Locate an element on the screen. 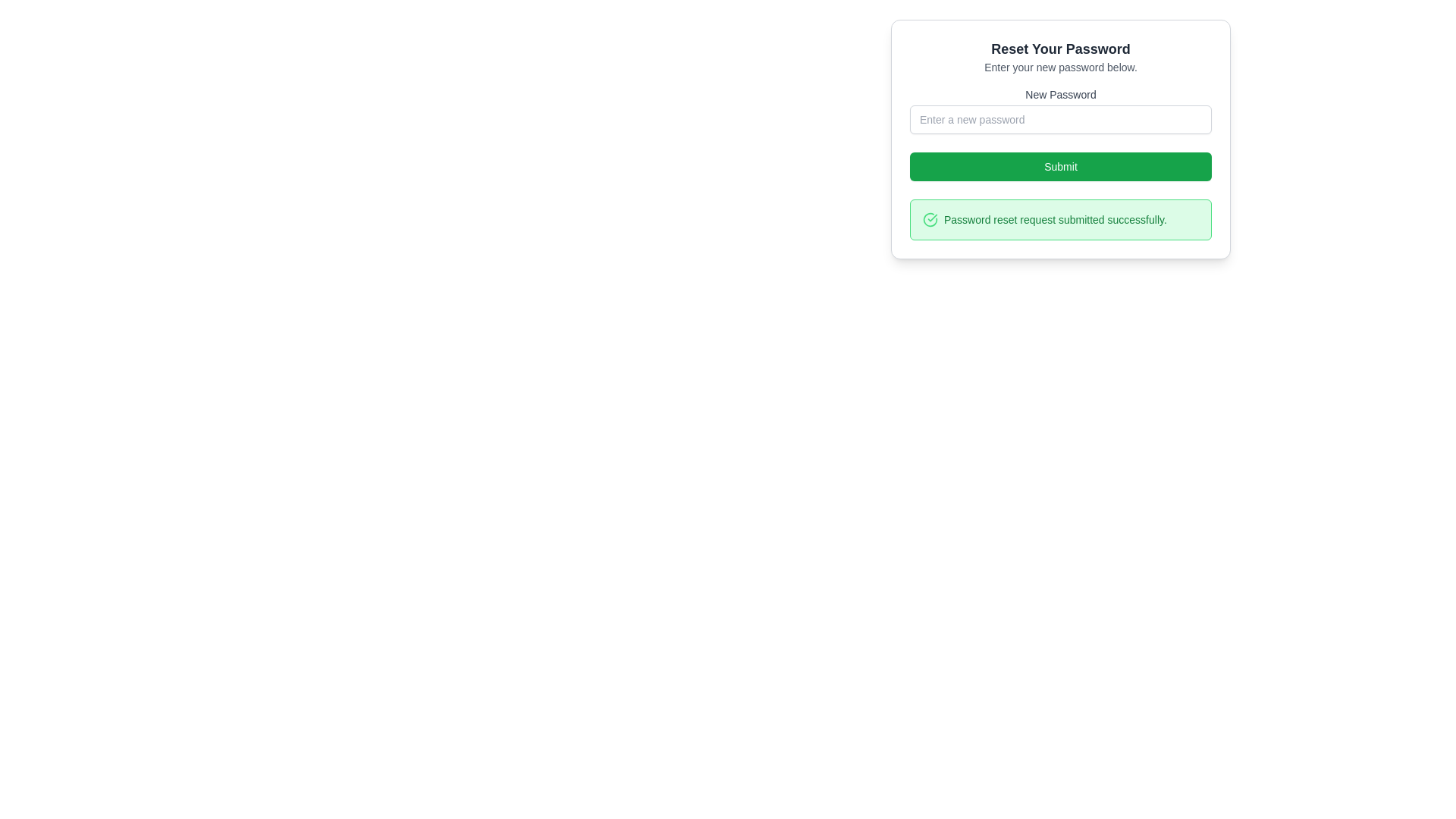 This screenshot has width=1456, height=819. the password reset button located below the 'Enter a new password' input field is located at coordinates (1059, 166).